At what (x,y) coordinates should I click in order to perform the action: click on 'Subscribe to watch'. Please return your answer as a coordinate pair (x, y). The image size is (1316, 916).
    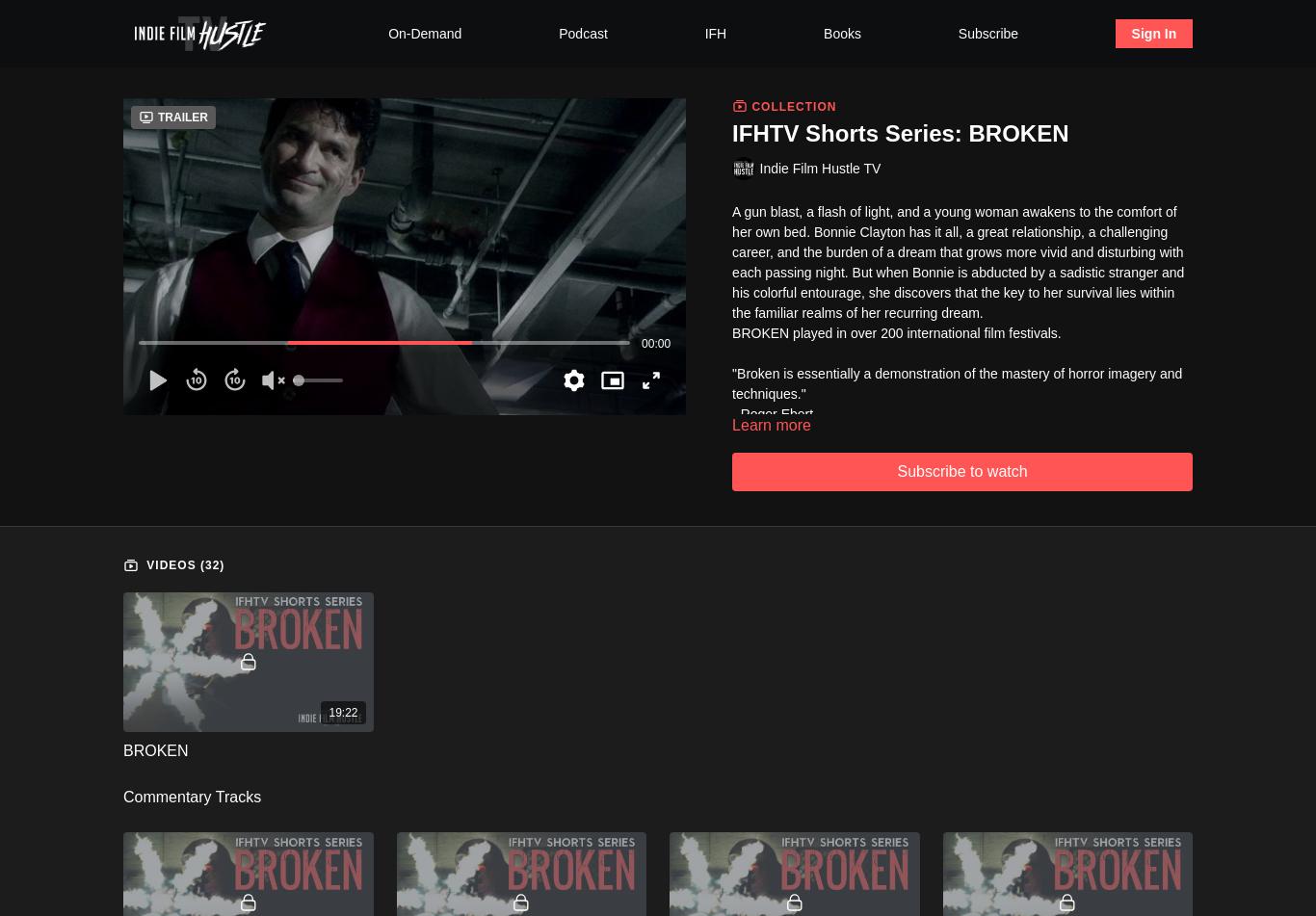
    Looking at the image, I should click on (961, 469).